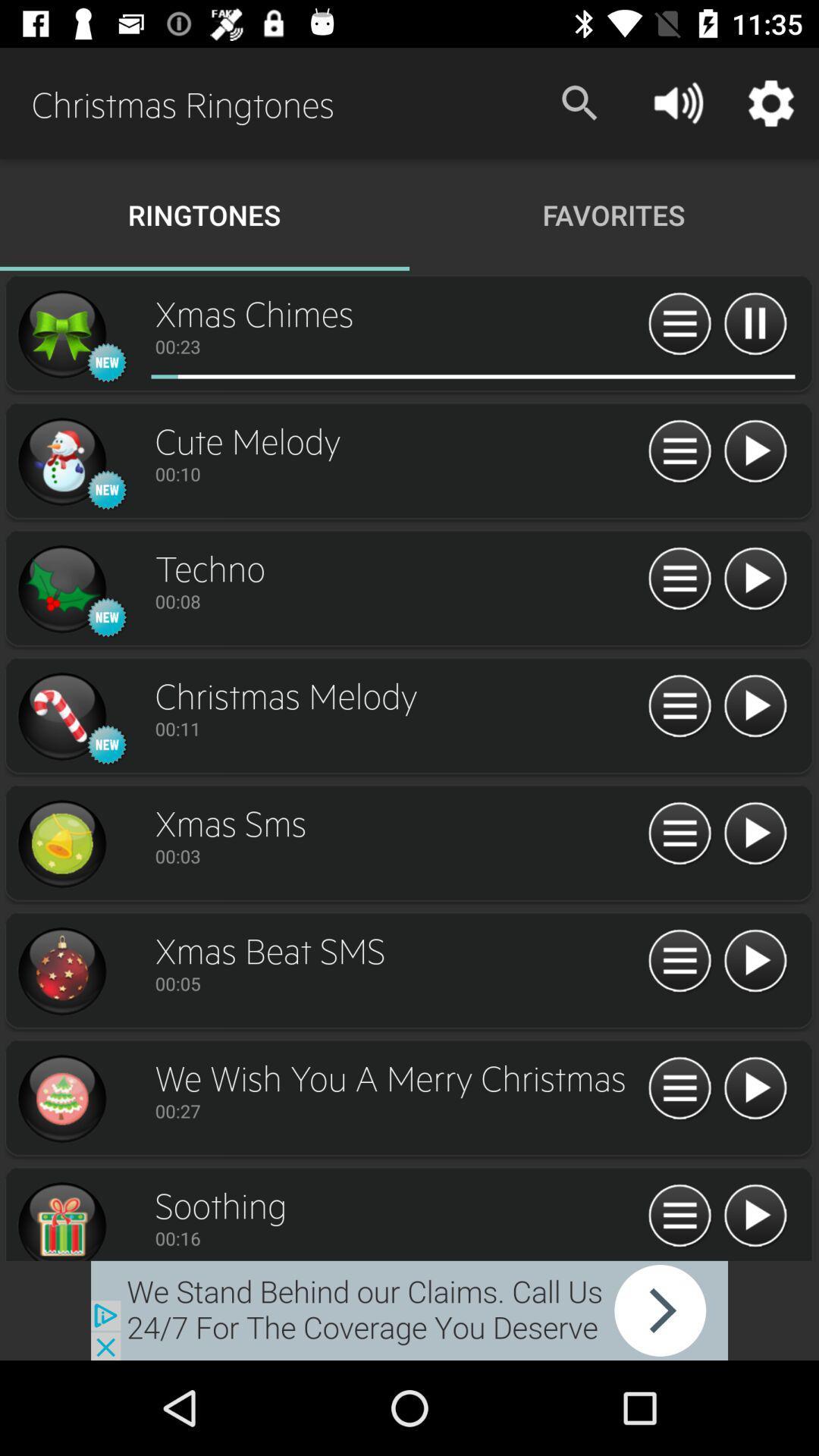 This screenshot has height=1456, width=819. What do you see at coordinates (61, 334) in the screenshot?
I see `see image` at bounding box center [61, 334].